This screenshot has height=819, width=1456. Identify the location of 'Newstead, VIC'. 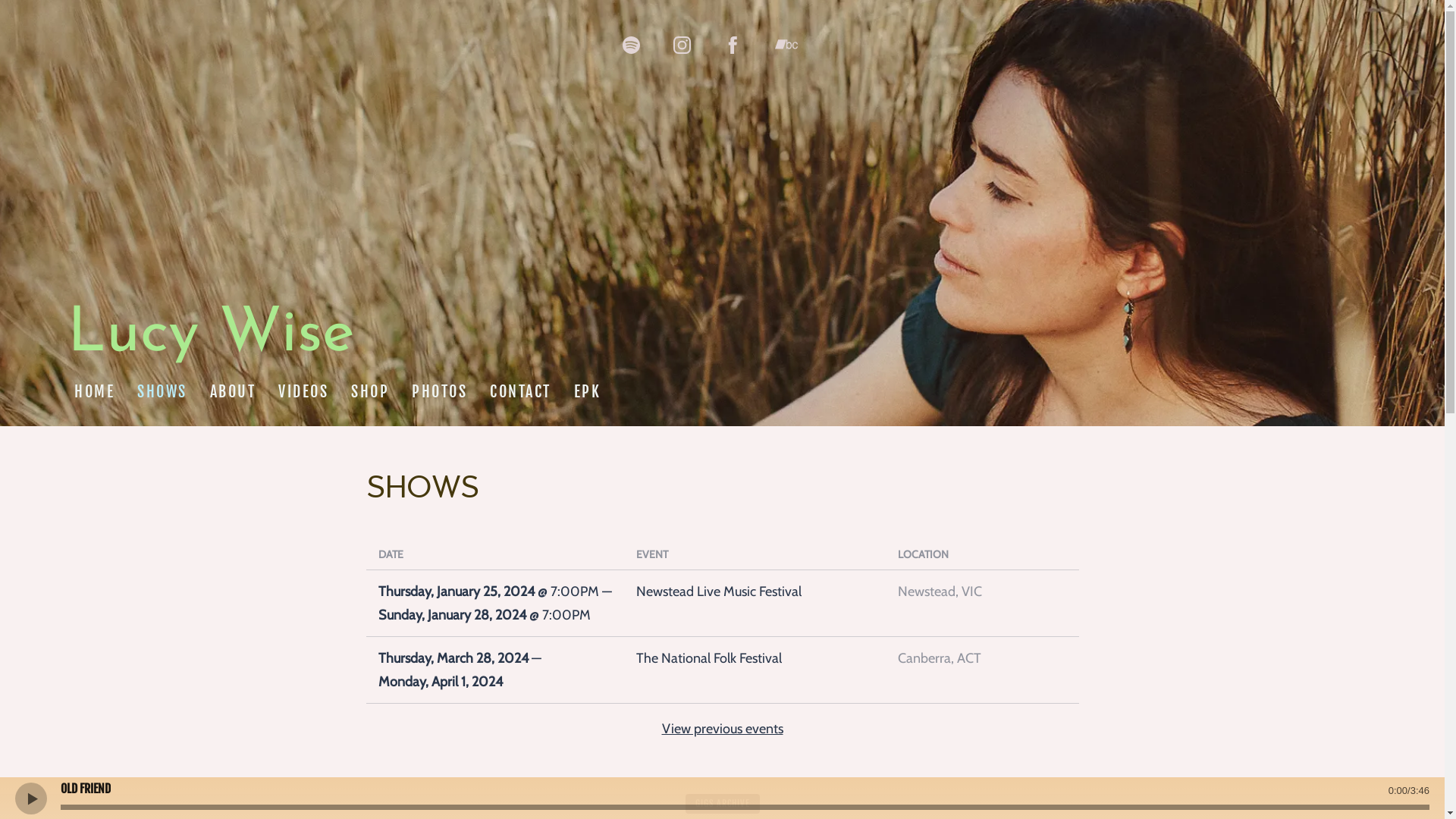
(982, 591).